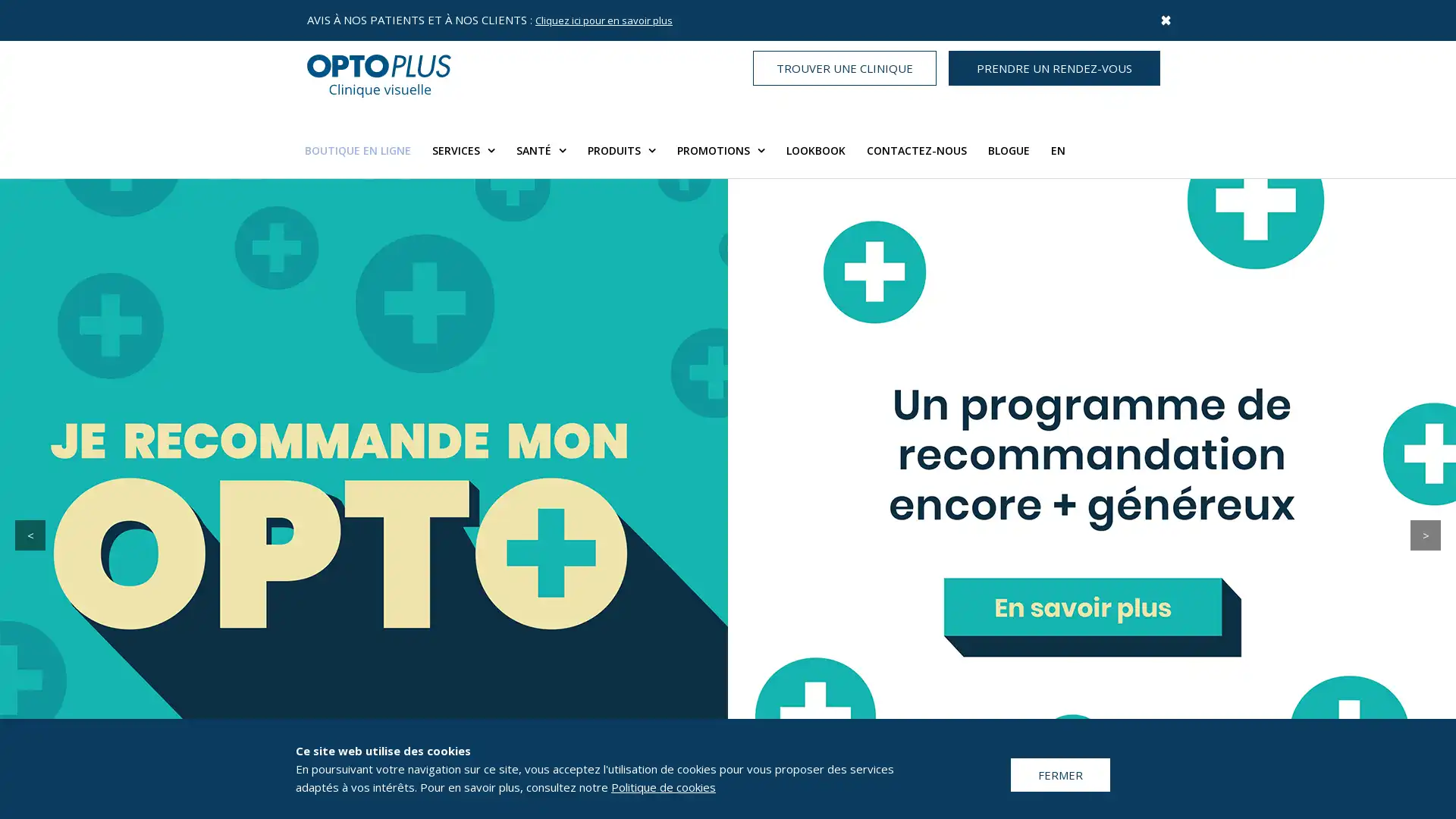 The image size is (1456, 819). What do you see at coordinates (30, 534) in the screenshot?
I see `<` at bounding box center [30, 534].